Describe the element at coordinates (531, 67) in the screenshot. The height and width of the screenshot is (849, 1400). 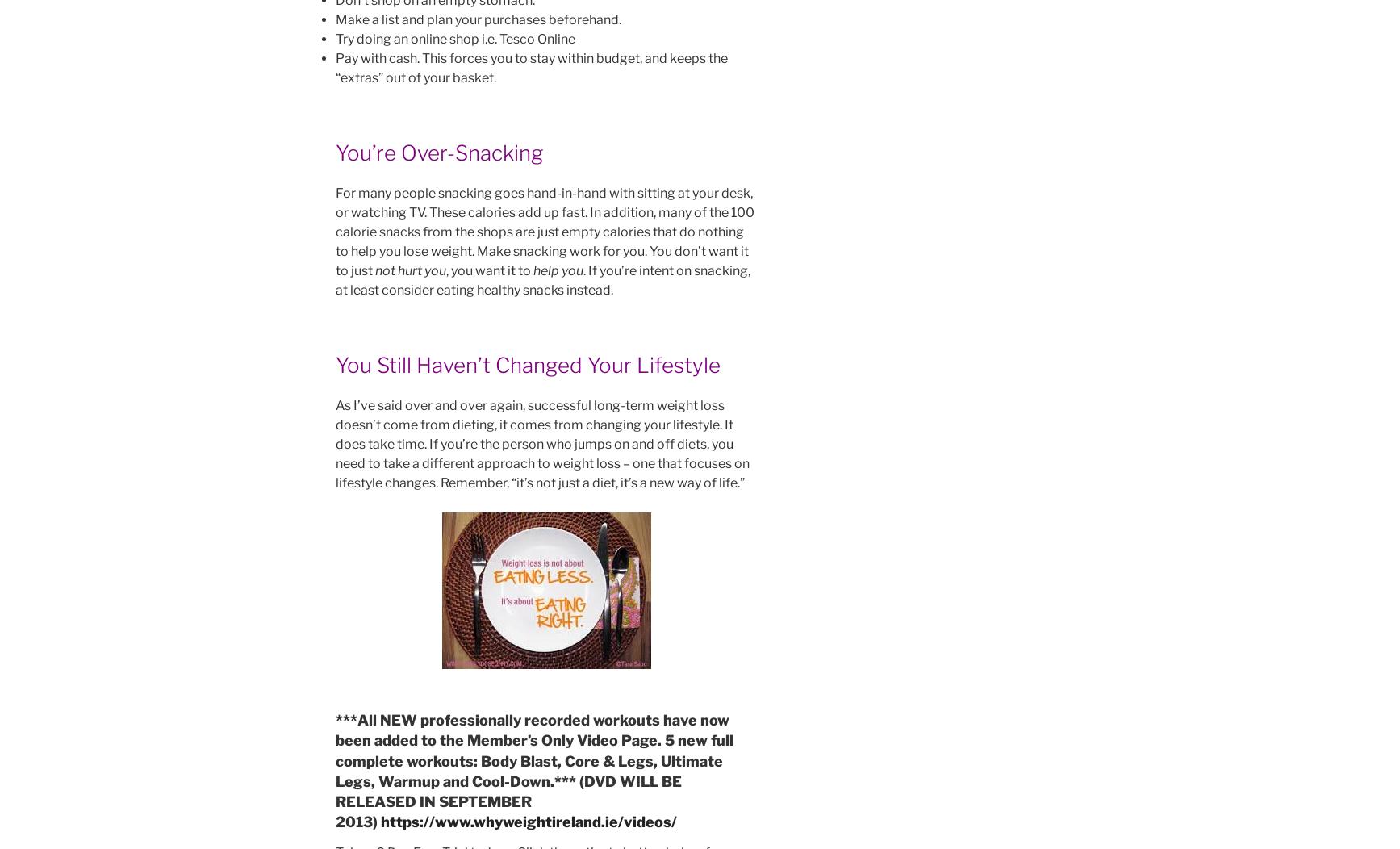
I see `'Pay with cash. This forces you to stay within budget, and keeps the “extras” out of your basket.'` at that location.